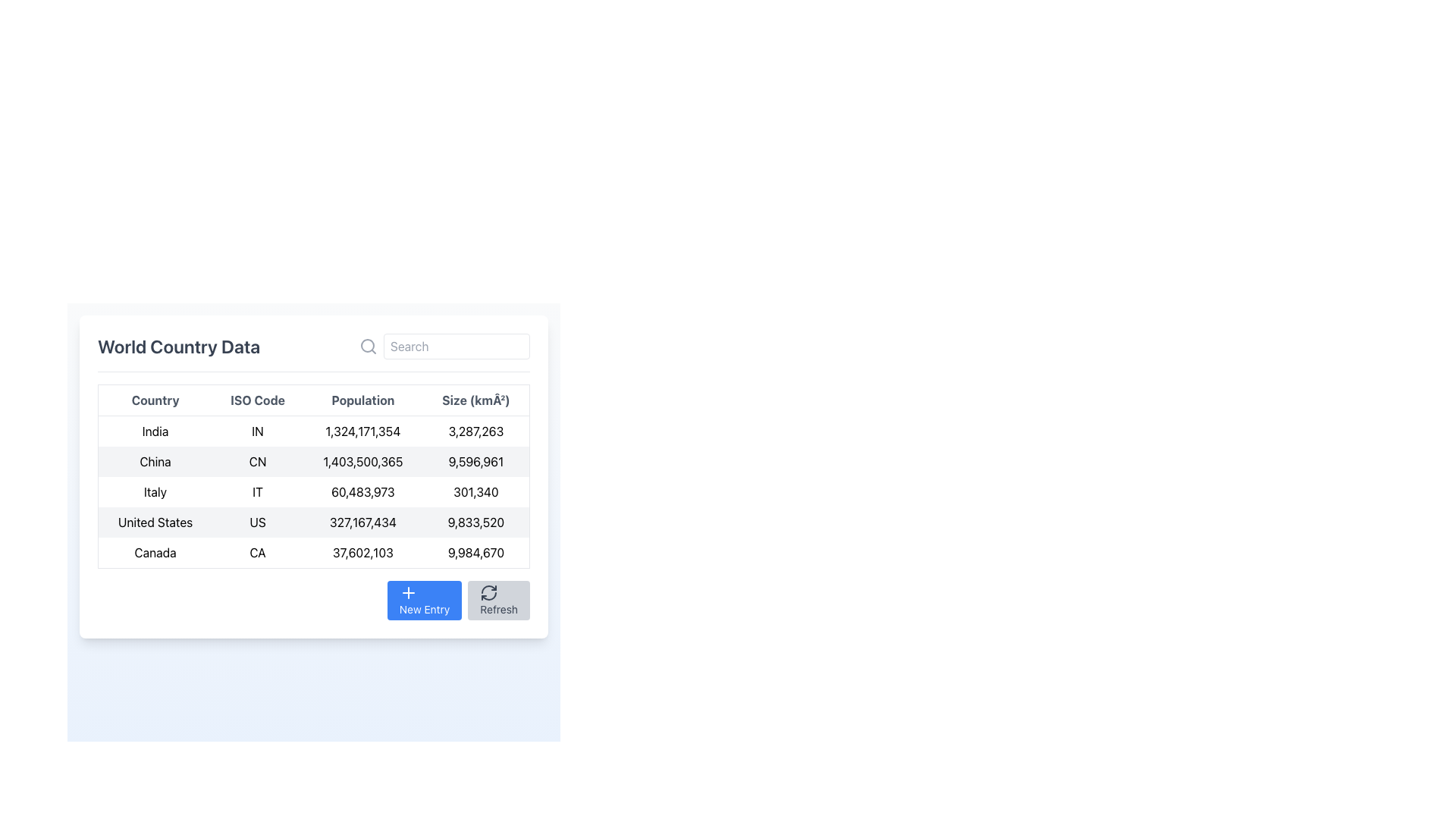 This screenshot has height=819, width=1456. I want to click on the static text element displaying 'IN' in bold black color, located in the second column of the table row for 'India', positioned between 'India' and the population figure, so click(258, 431).